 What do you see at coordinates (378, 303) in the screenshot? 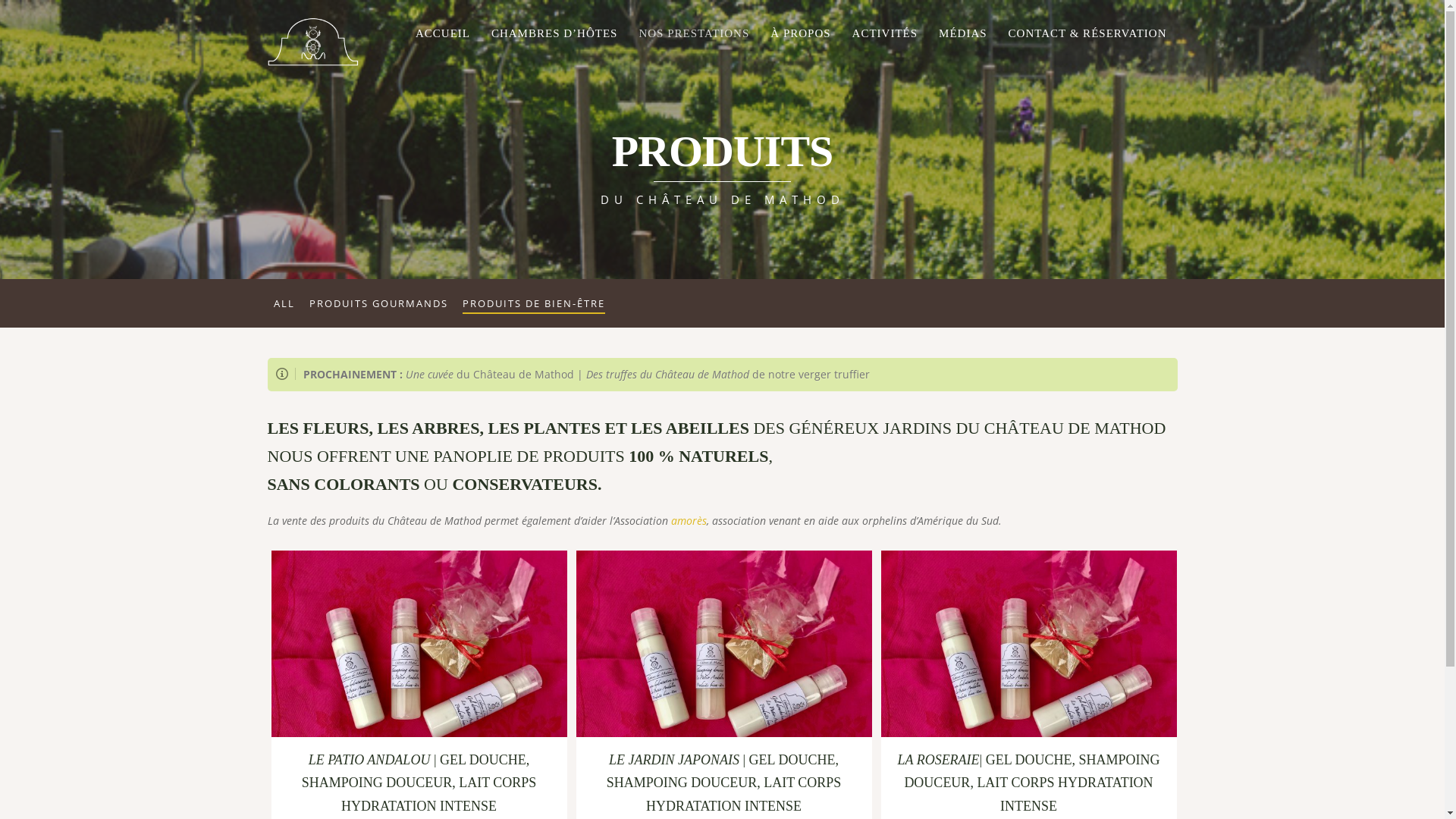
I see `'PRODUITS GOURMANDS'` at bounding box center [378, 303].